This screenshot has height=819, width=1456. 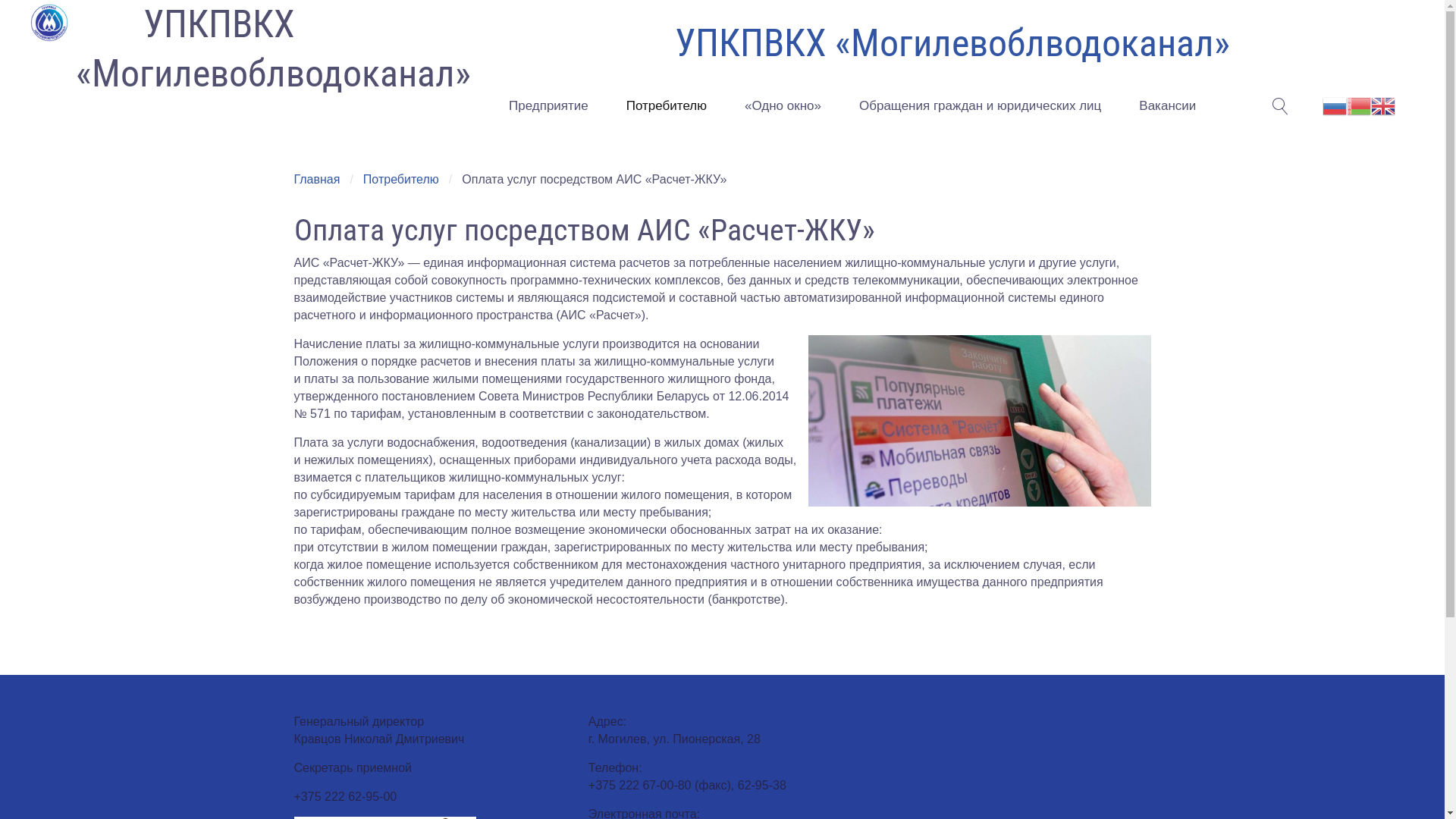 I want to click on 'Belarusian', so click(x=1358, y=104).